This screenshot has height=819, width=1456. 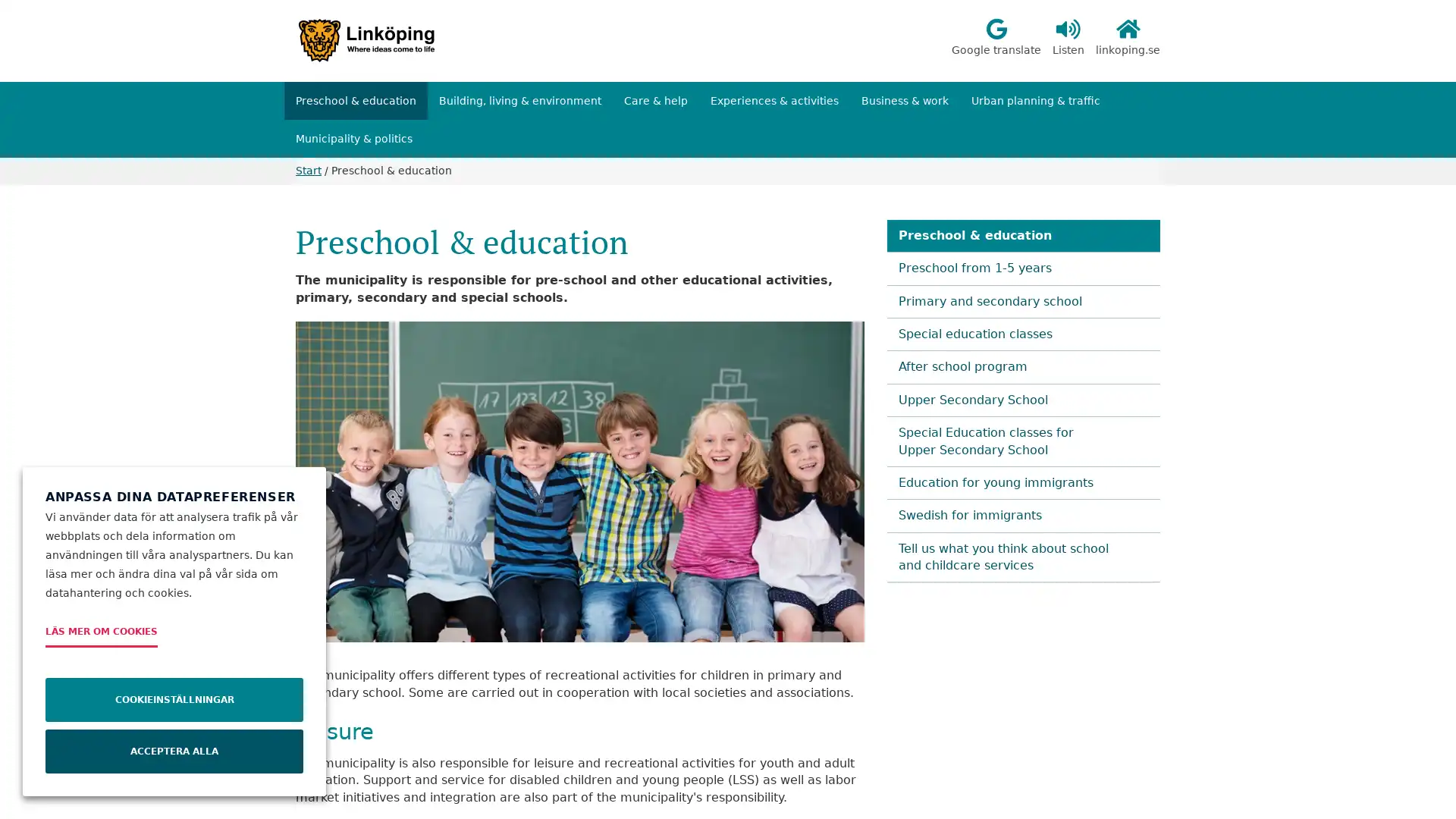 I want to click on COOKIEINSTALLNINGAR, so click(x=174, y=699).